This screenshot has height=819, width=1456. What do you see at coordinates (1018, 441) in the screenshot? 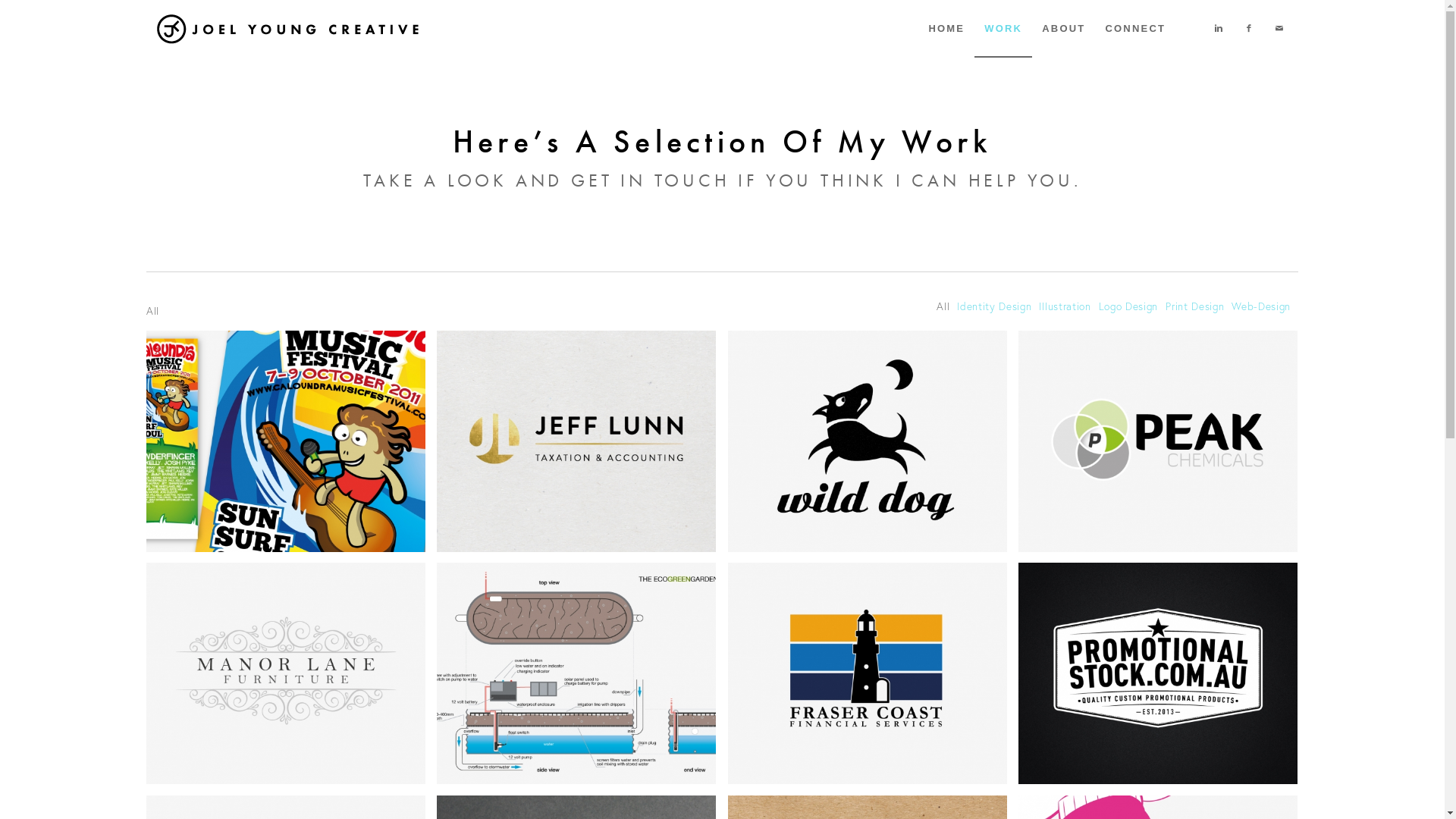
I see `'Peak Chemicals logo'` at bounding box center [1018, 441].